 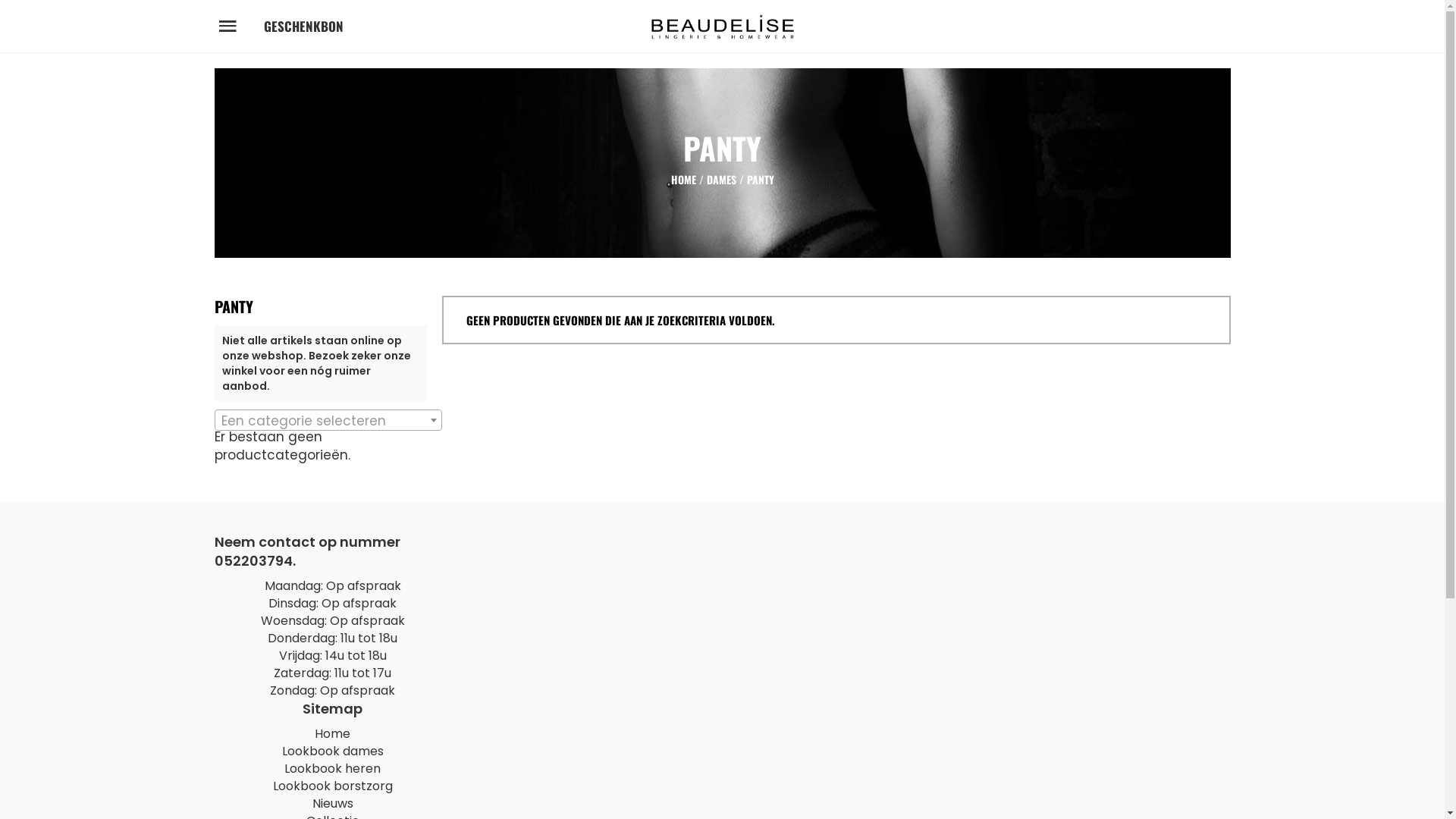 What do you see at coordinates (282, 751) in the screenshot?
I see `'Lookbook dames'` at bounding box center [282, 751].